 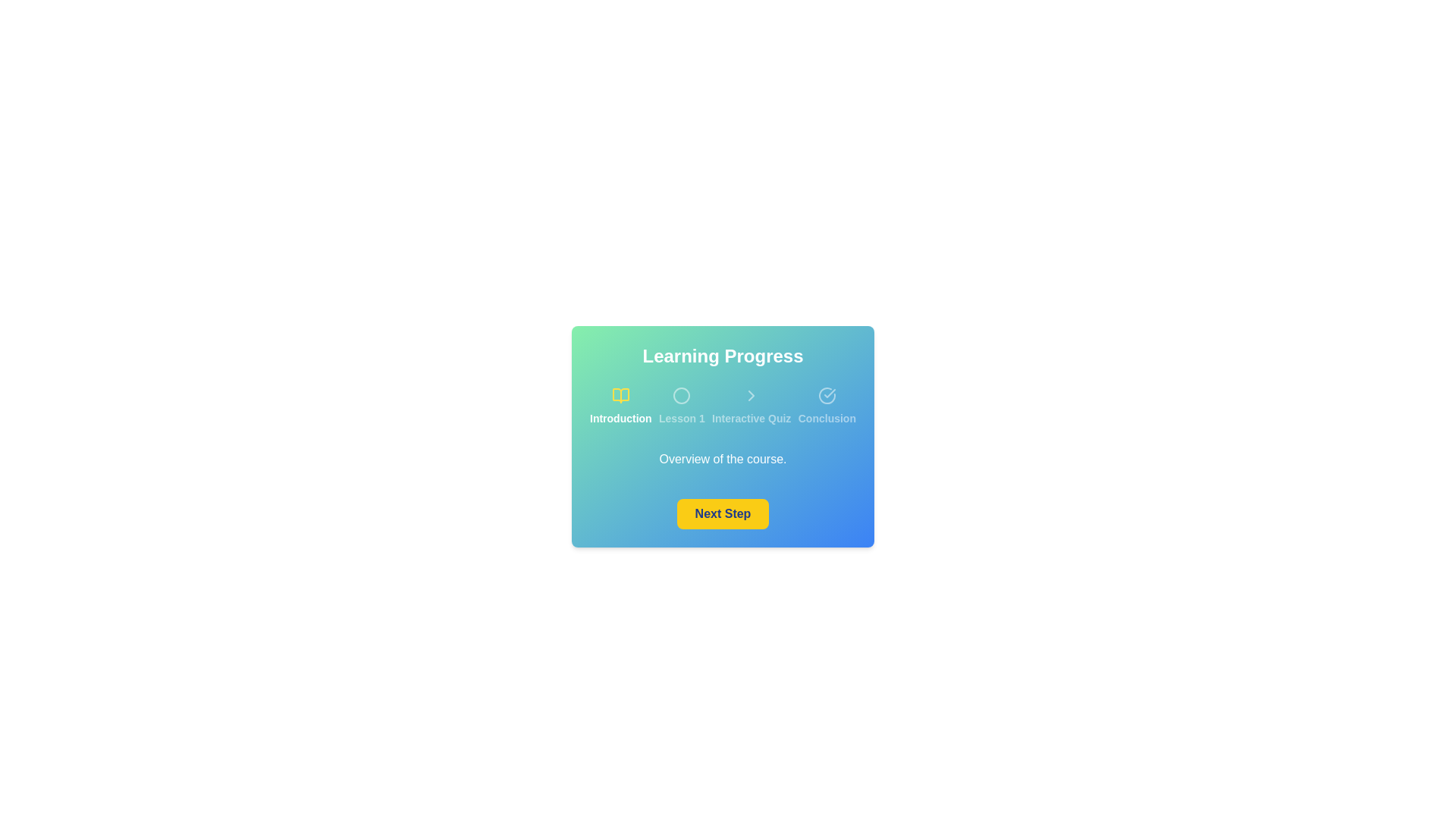 What do you see at coordinates (620, 394) in the screenshot?
I see `the 'Introduction' icon in the 'Learning Progress' card, which is located near the top left and adjacent to the label 'Introduction'` at bounding box center [620, 394].